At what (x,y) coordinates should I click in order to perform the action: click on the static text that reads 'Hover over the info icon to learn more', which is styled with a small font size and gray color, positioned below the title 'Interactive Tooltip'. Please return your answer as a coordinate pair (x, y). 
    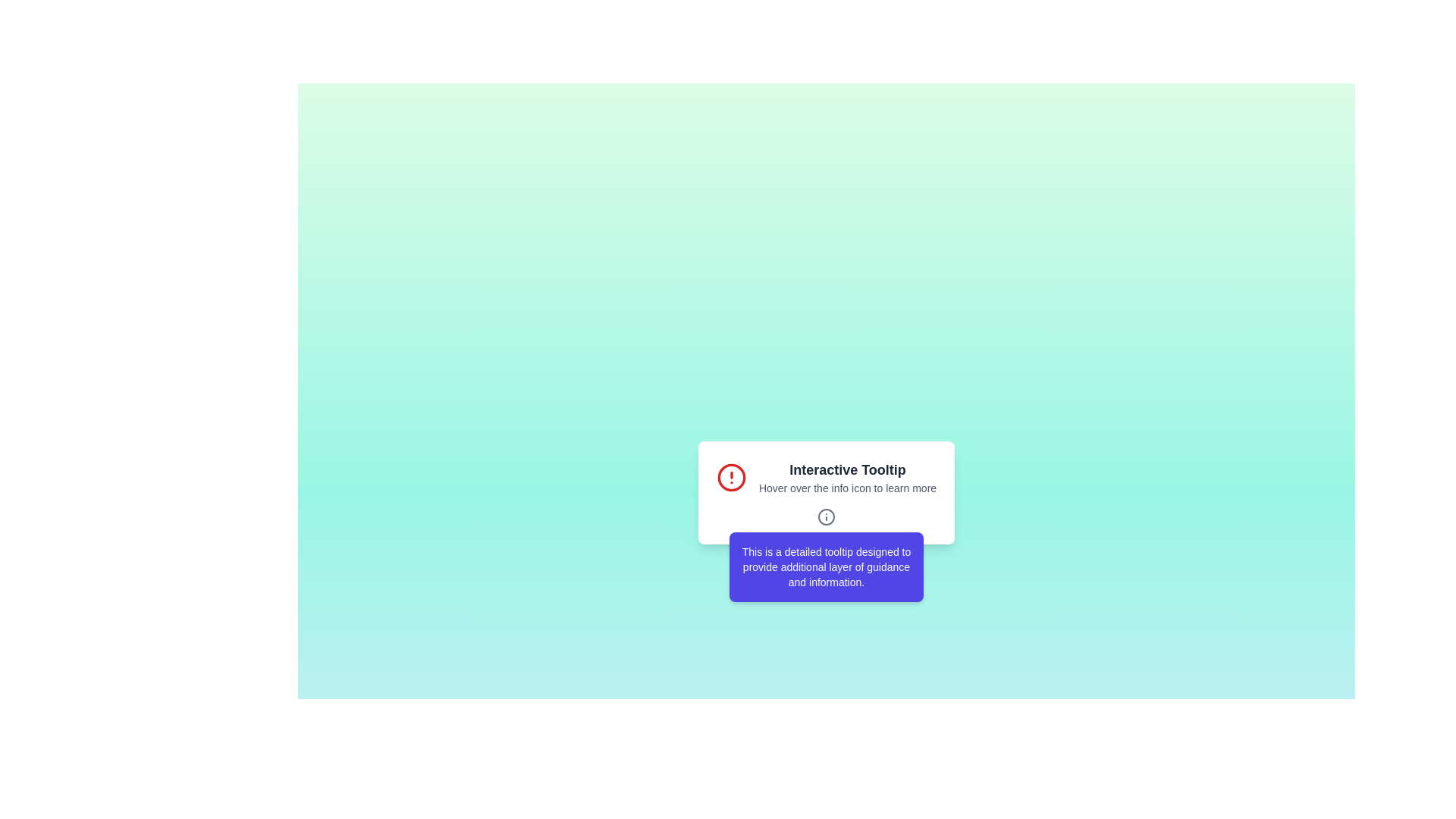
    Looking at the image, I should click on (847, 488).